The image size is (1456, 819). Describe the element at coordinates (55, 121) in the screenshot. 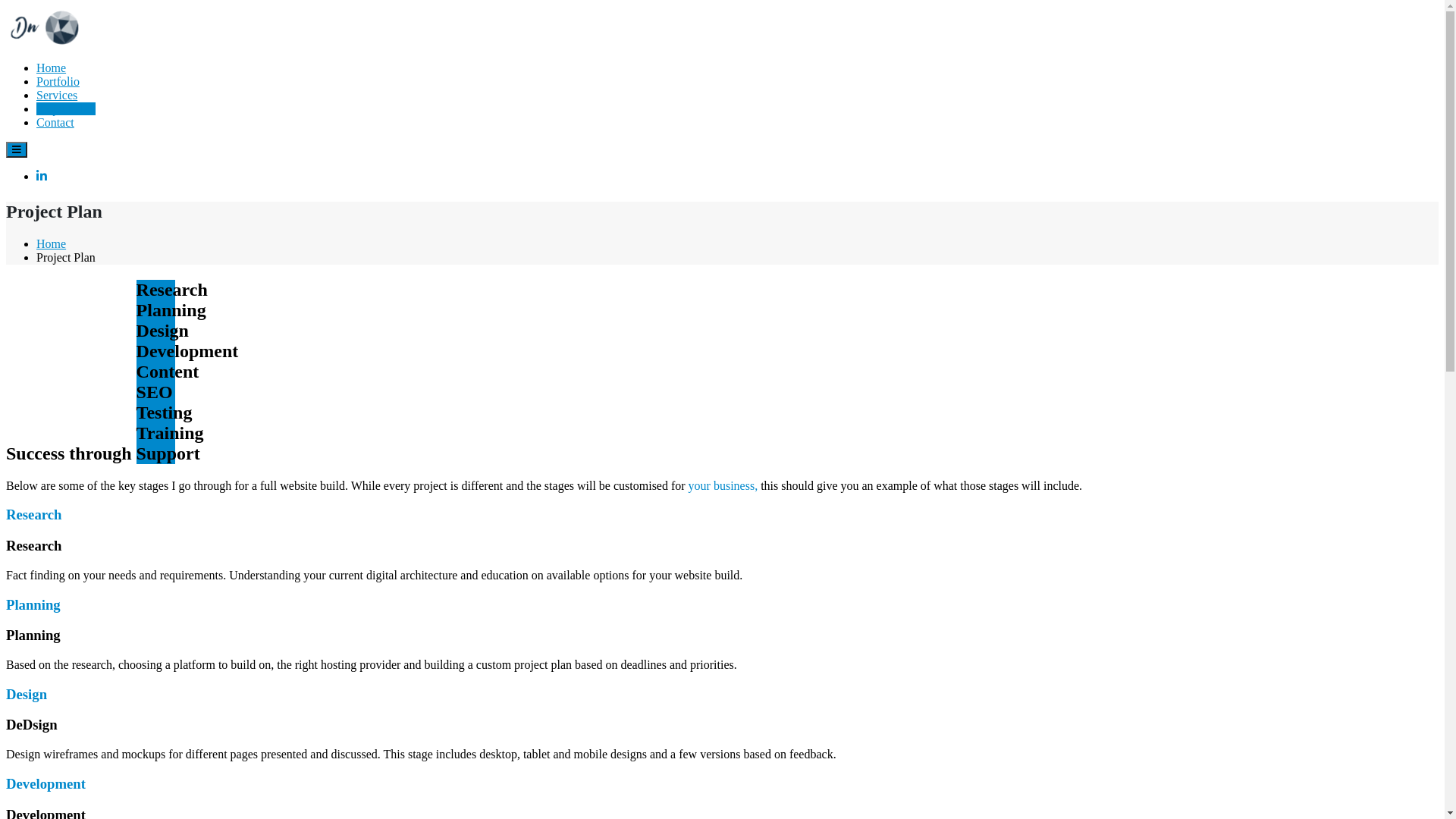

I see `'Contact'` at that location.